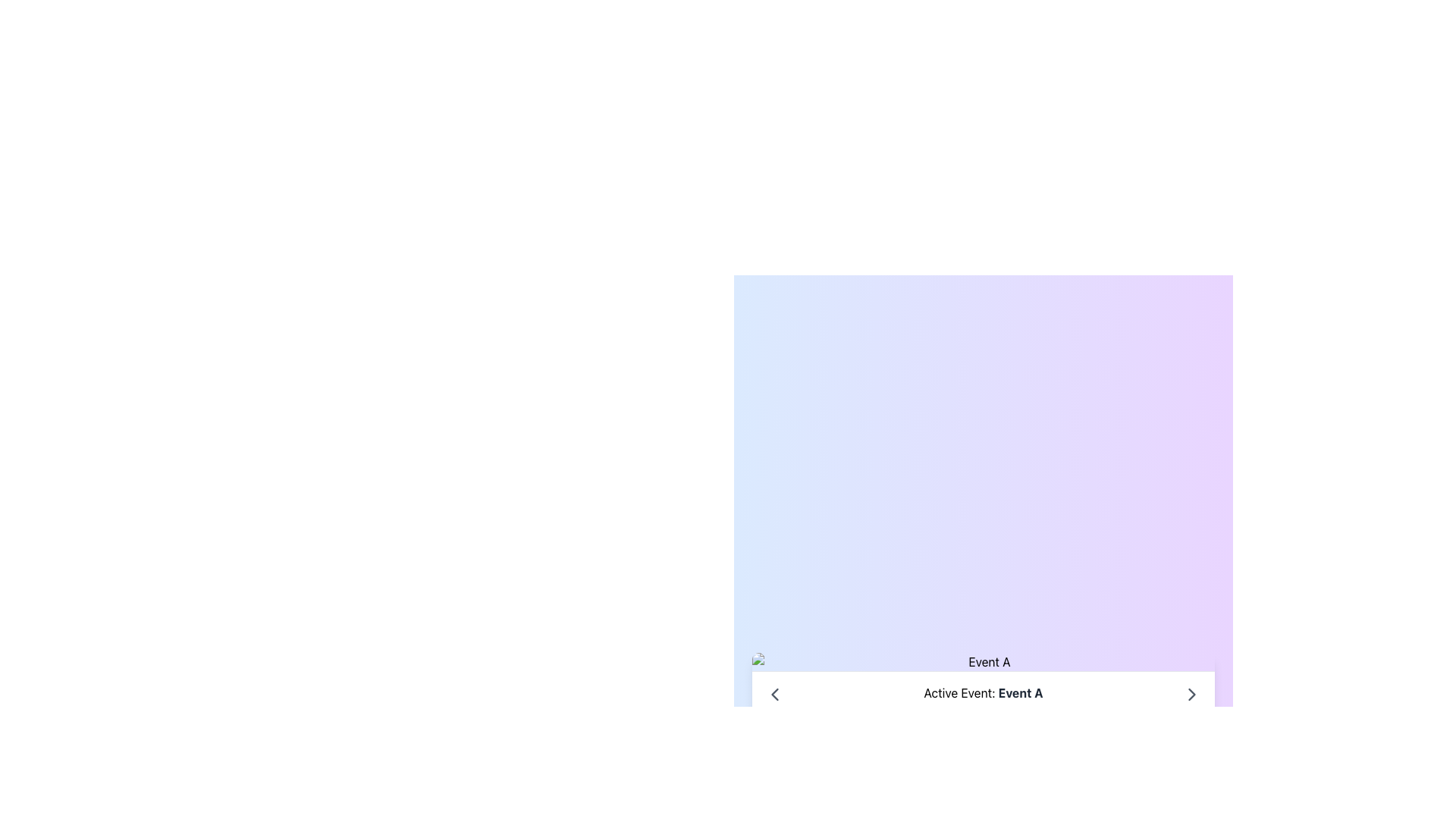  What do you see at coordinates (775, 693) in the screenshot?
I see `the back navigation button located at the far left side of the footer bar to observe its hover effects` at bounding box center [775, 693].